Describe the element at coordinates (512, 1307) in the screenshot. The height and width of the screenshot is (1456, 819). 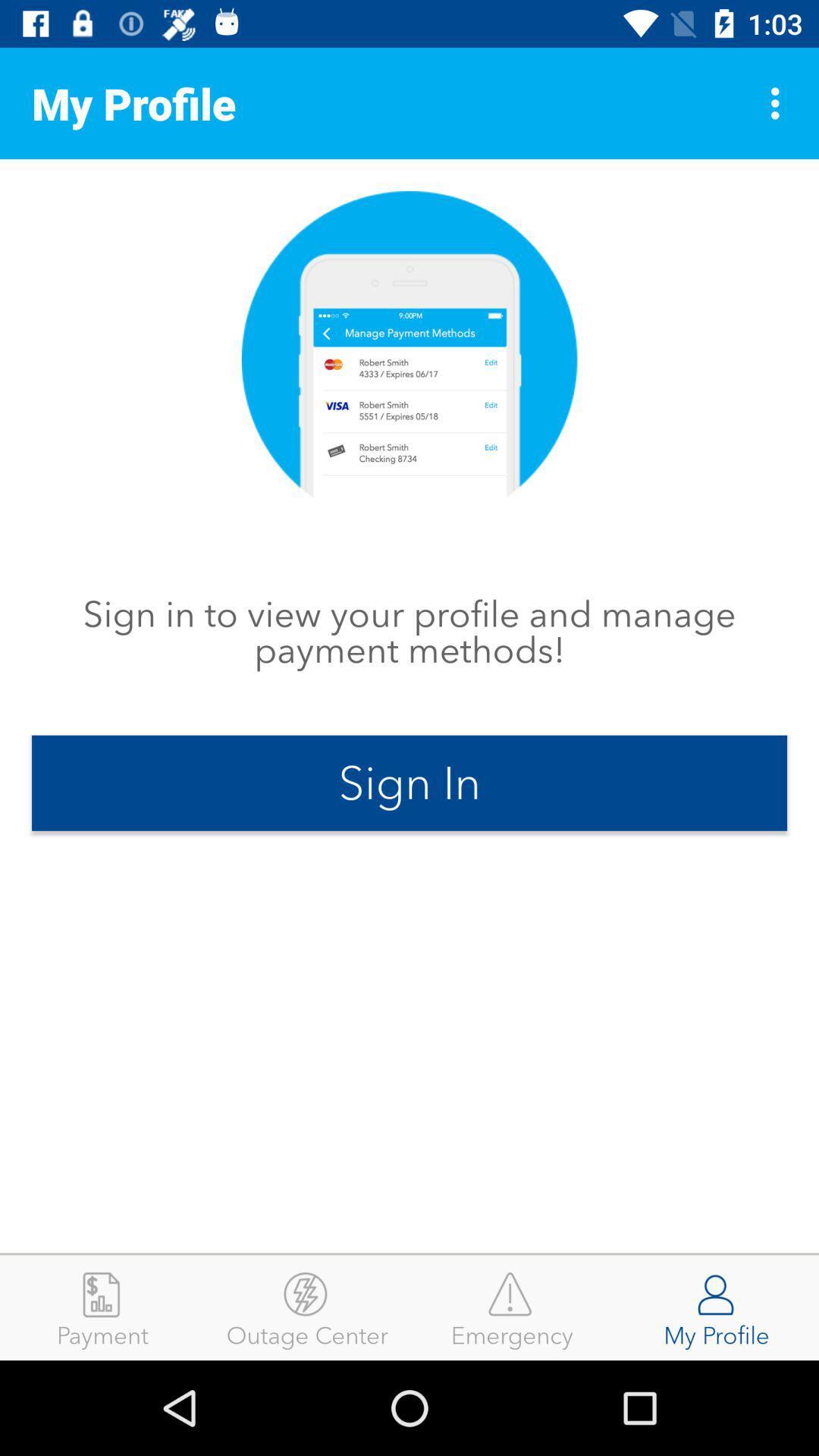
I see `the icon to the right of the outage center` at that location.